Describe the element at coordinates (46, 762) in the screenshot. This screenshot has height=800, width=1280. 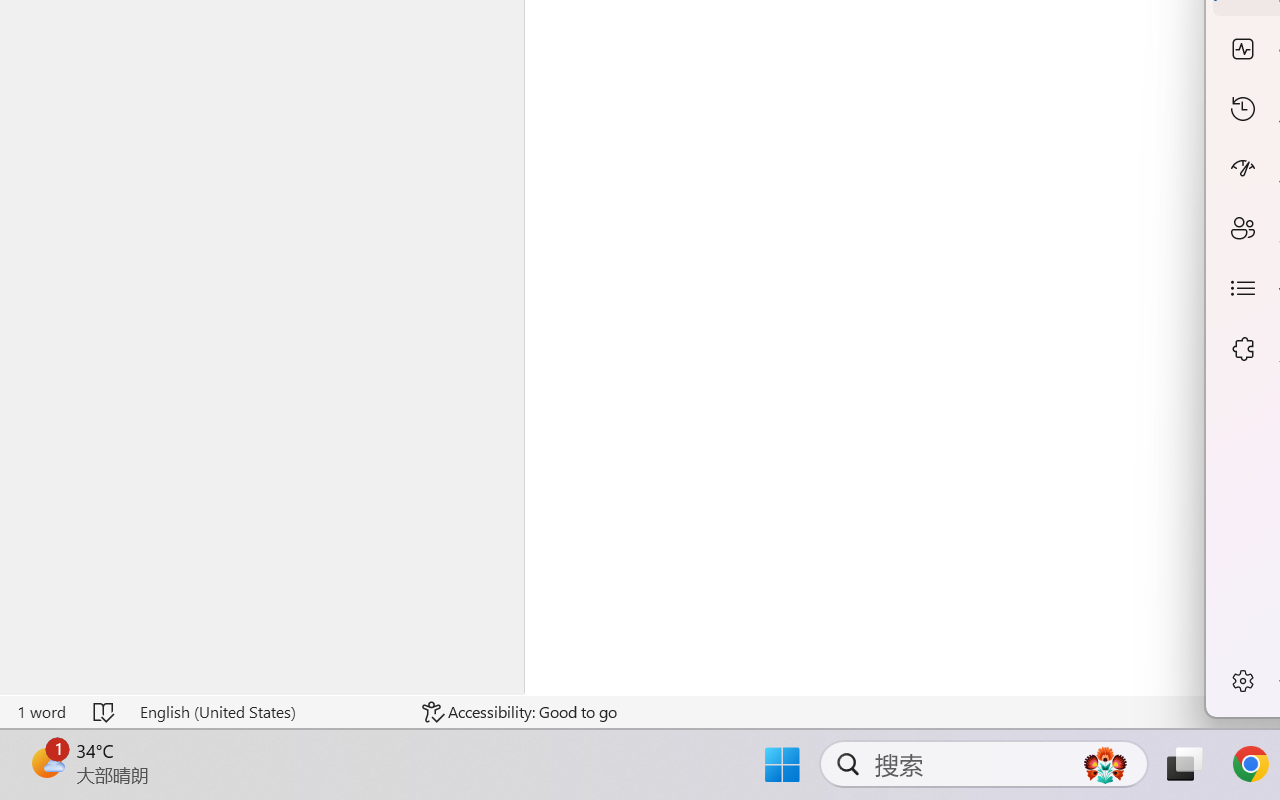
I see `'AutomationID: BadgeAnchorLargeTicker'` at that location.